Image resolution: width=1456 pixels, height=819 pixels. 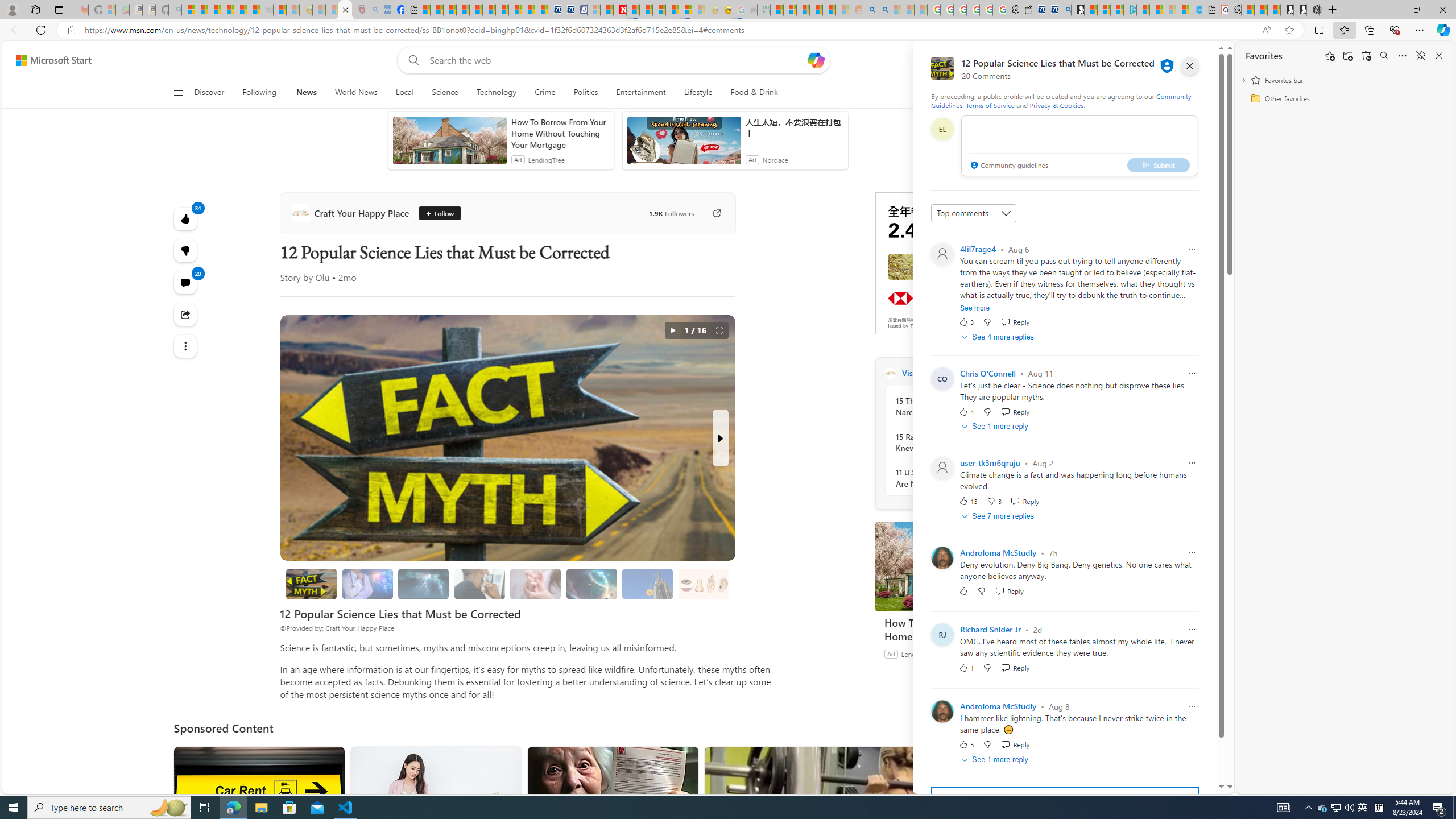 I want to click on 'Shaving and Hair Growth', so click(x=479, y=584).